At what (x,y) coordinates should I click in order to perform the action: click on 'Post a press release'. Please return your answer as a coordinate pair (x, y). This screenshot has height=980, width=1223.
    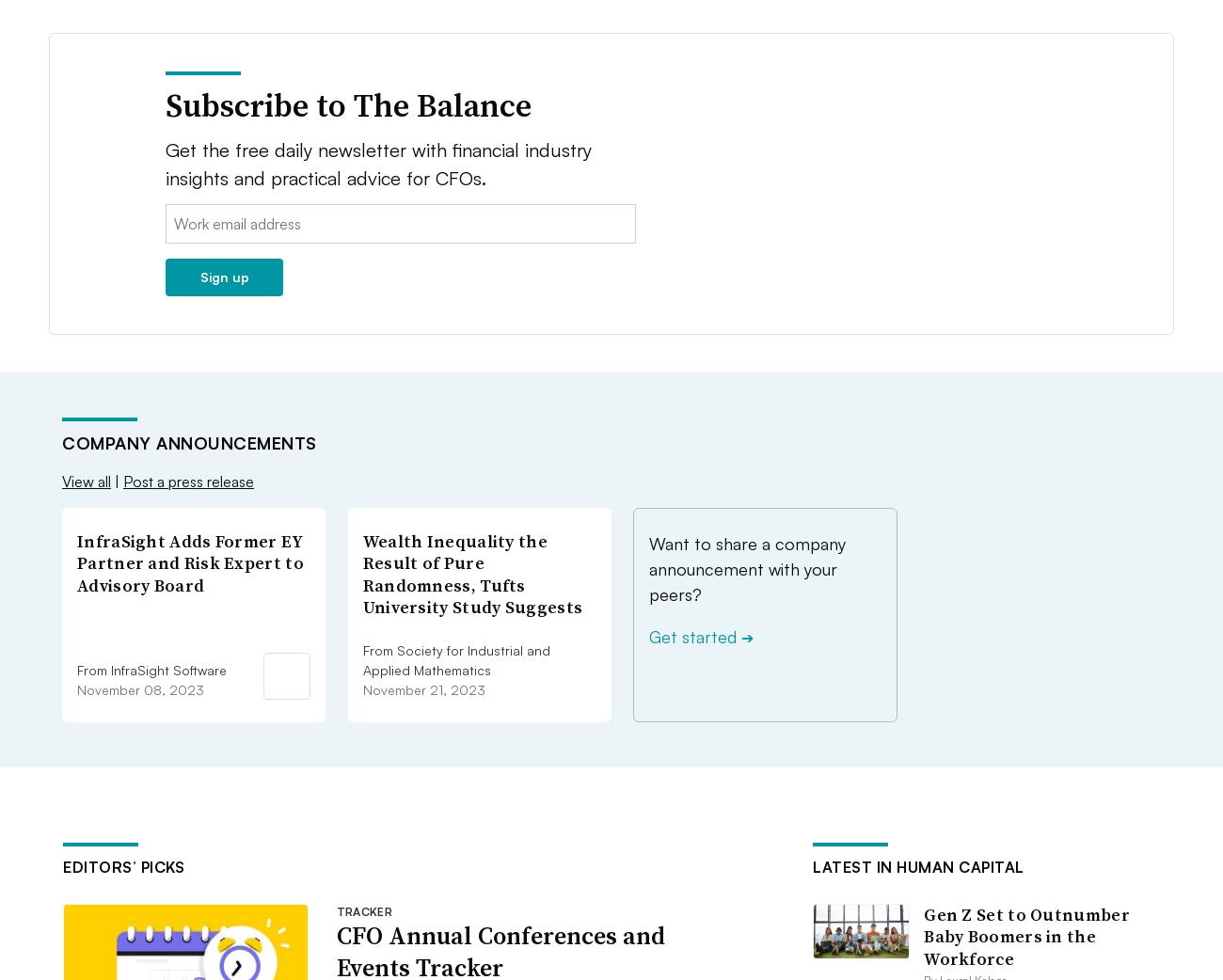
    Looking at the image, I should click on (188, 480).